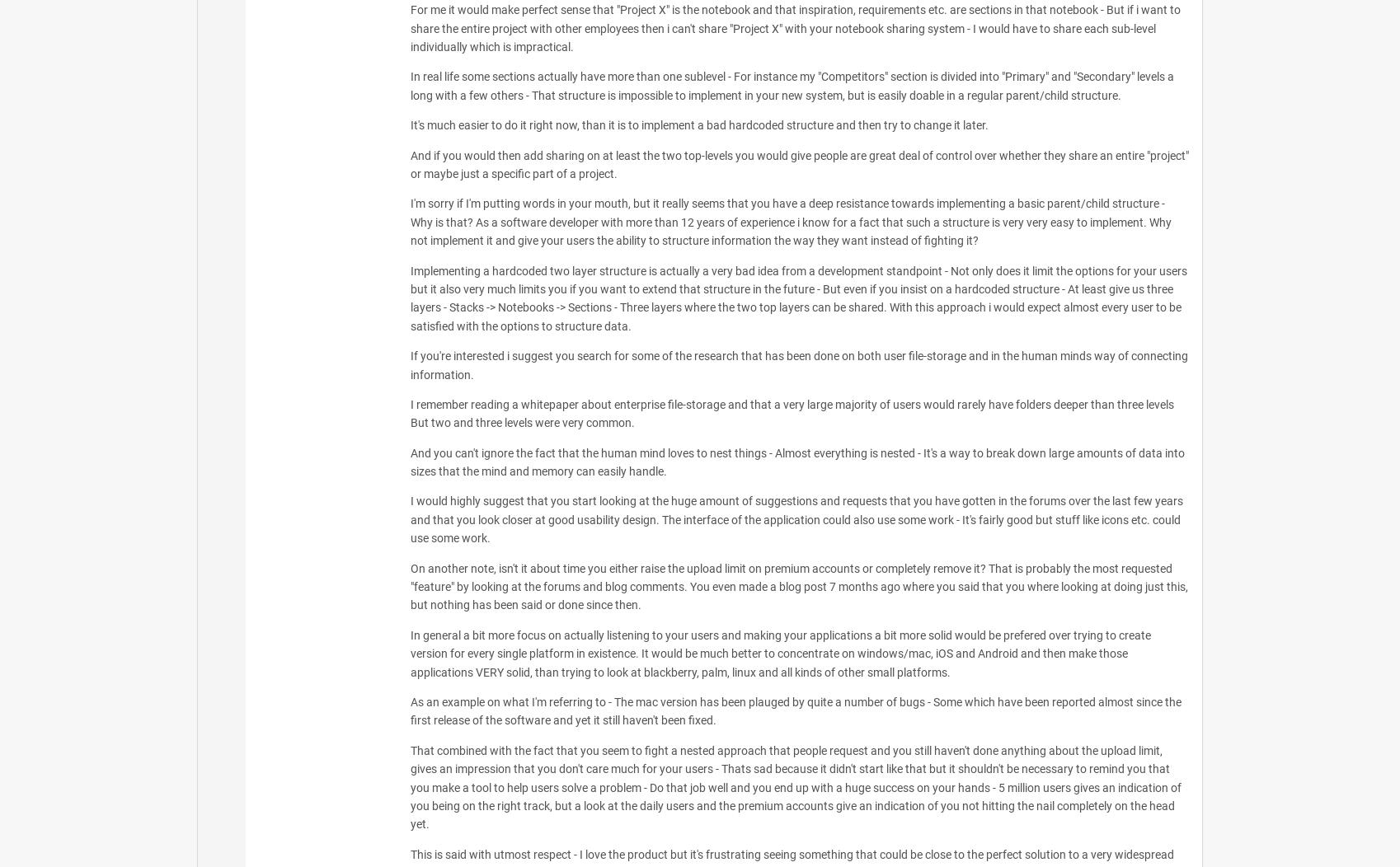 Image resolution: width=1400 pixels, height=867 pixels. Describe the element at coordinates (409, 412) in the screenshot. I see `'I remember reading a whitepaper about enterprise file-storage and that a very large majority of users would rarely have folders deeper than three levels But two and three levels were very common.'` at that location.